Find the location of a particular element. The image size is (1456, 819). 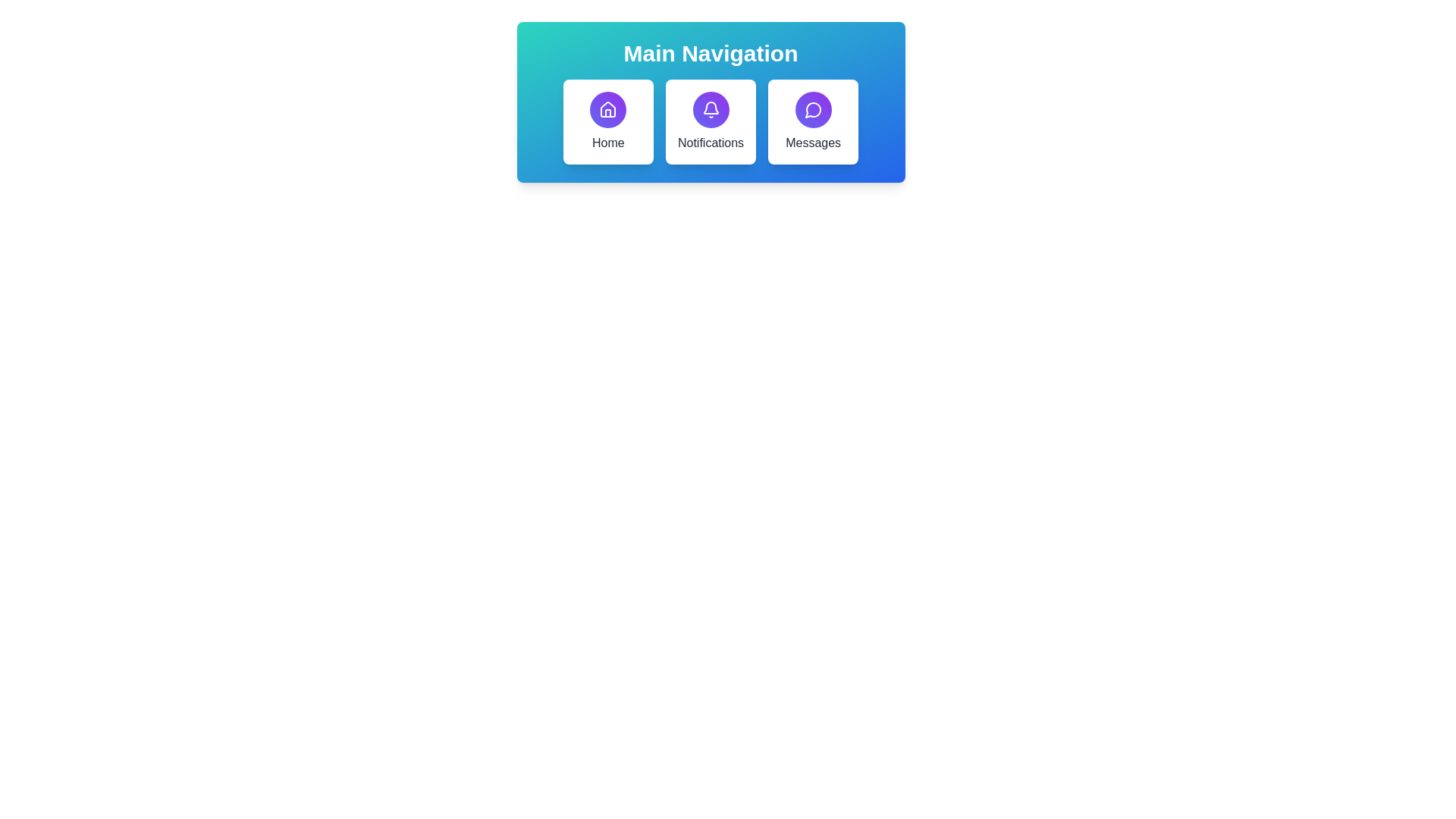

the minimalistic house-shaped icon located centrally within the circular purple button of the 'Home' navigation option is located at coordinates (608, 108).